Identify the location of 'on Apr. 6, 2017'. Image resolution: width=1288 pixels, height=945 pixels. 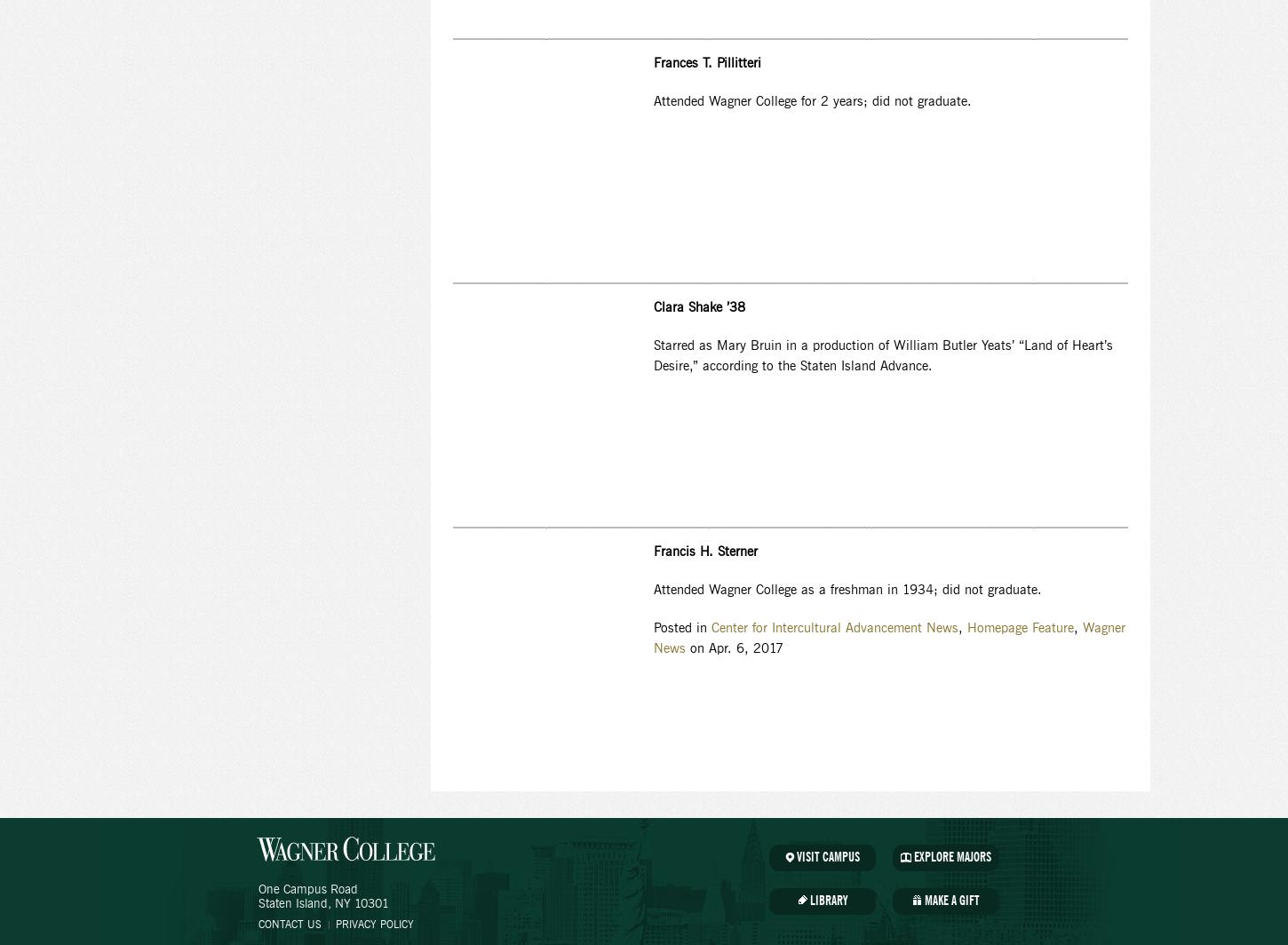
(734, 649).